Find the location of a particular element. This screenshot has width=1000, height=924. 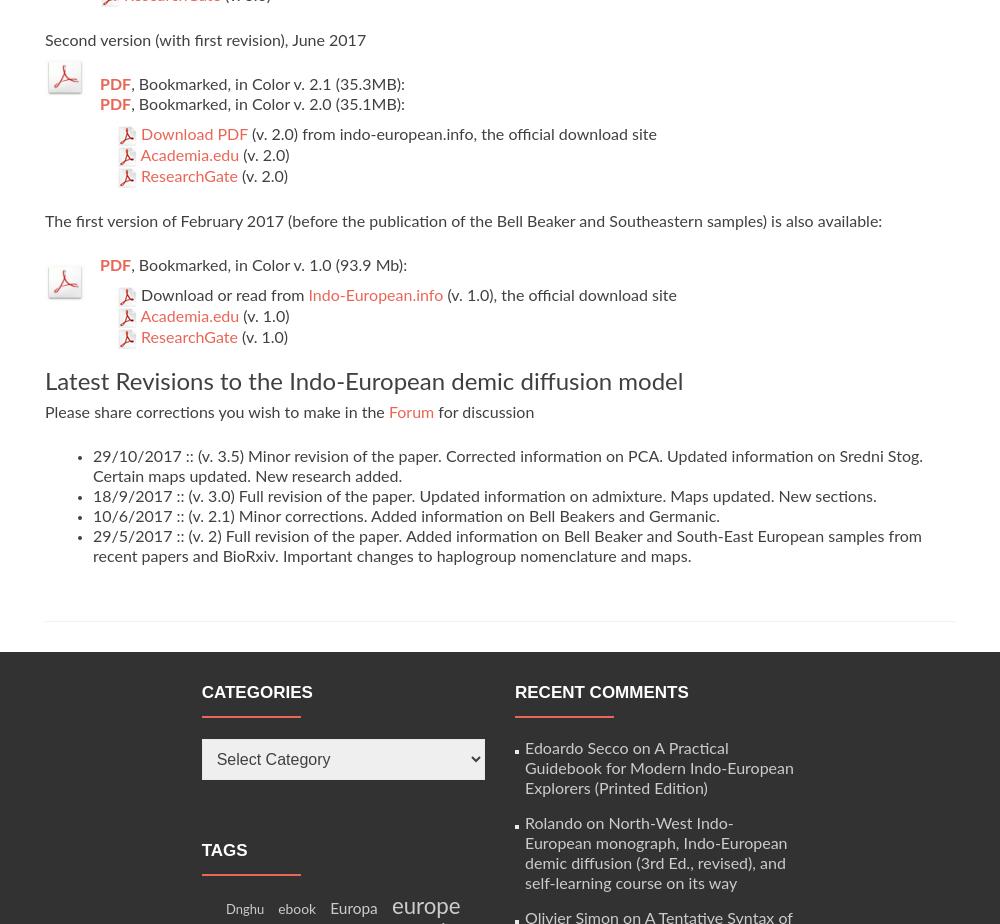

'Rolando' is located at coordinates (553, 823).